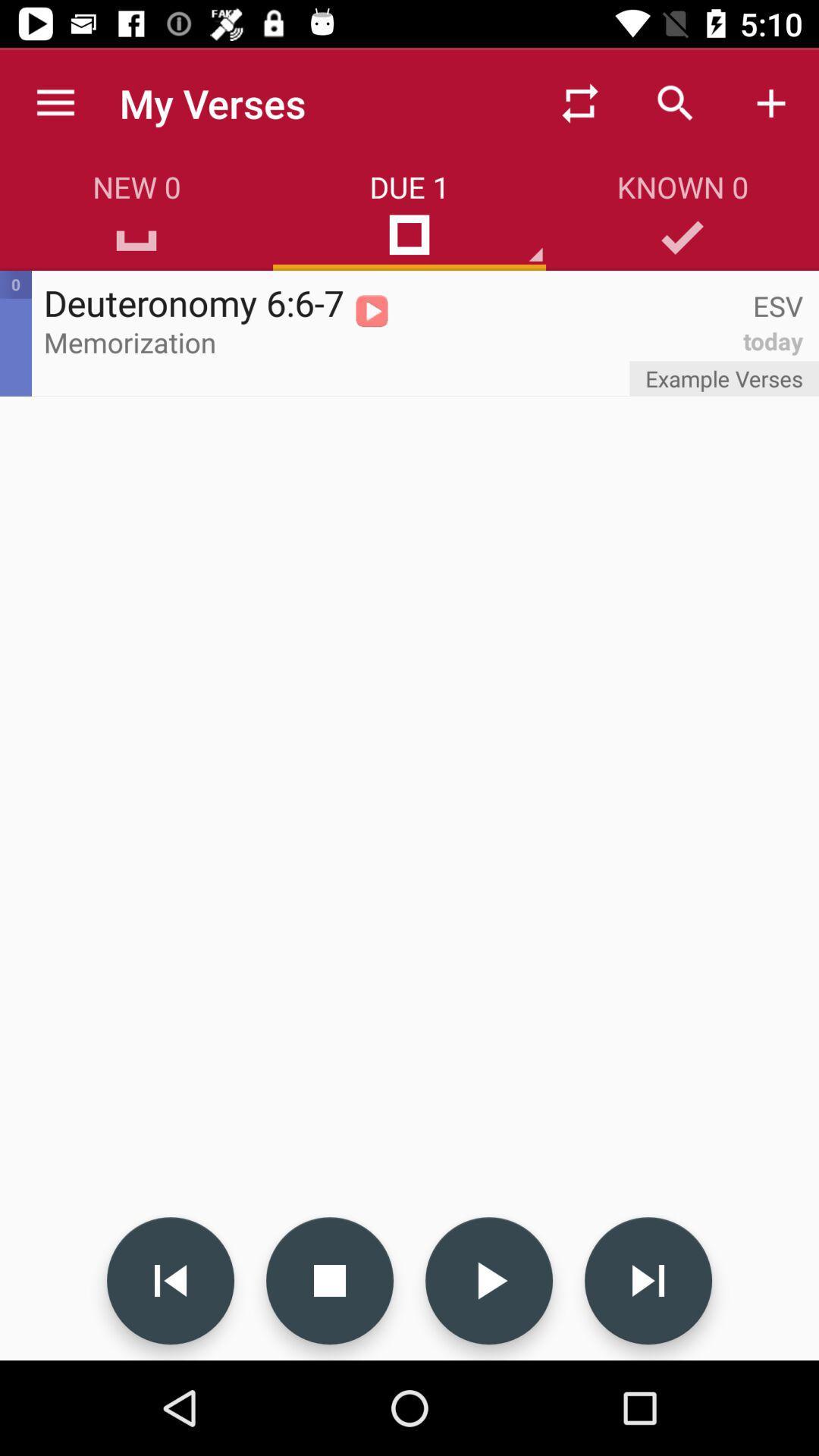 The width and height of the screenshot is (819, 1456). What do you see at coordinates (488, 1280) in the screenshot?
I see `recording` at bounding box center [488, 1280].